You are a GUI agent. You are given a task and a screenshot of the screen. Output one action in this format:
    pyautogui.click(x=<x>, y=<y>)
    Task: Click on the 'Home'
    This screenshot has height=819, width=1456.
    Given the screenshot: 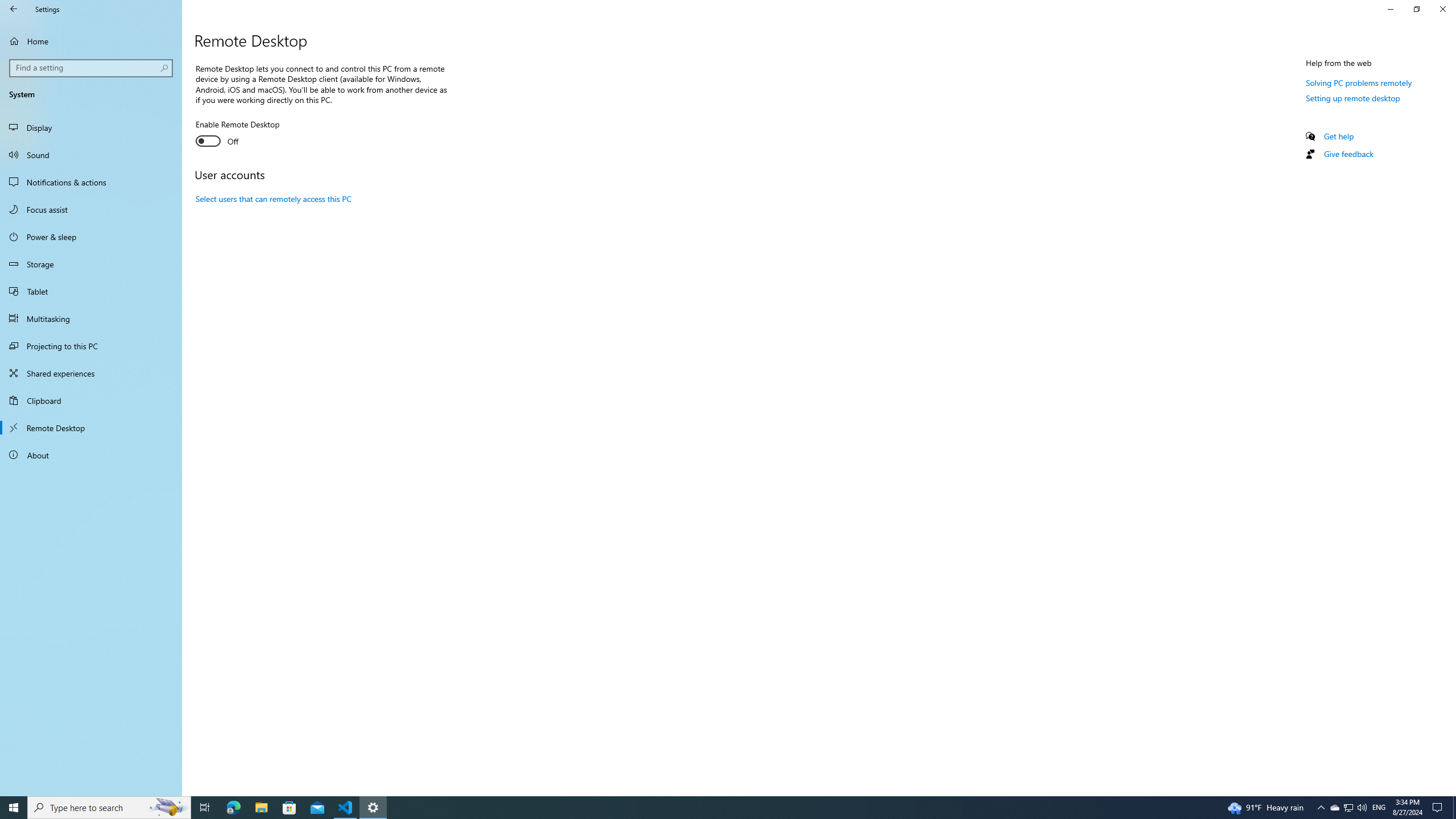 What is the action you would take?
    pyautogui.click(x=90, y=41)
    